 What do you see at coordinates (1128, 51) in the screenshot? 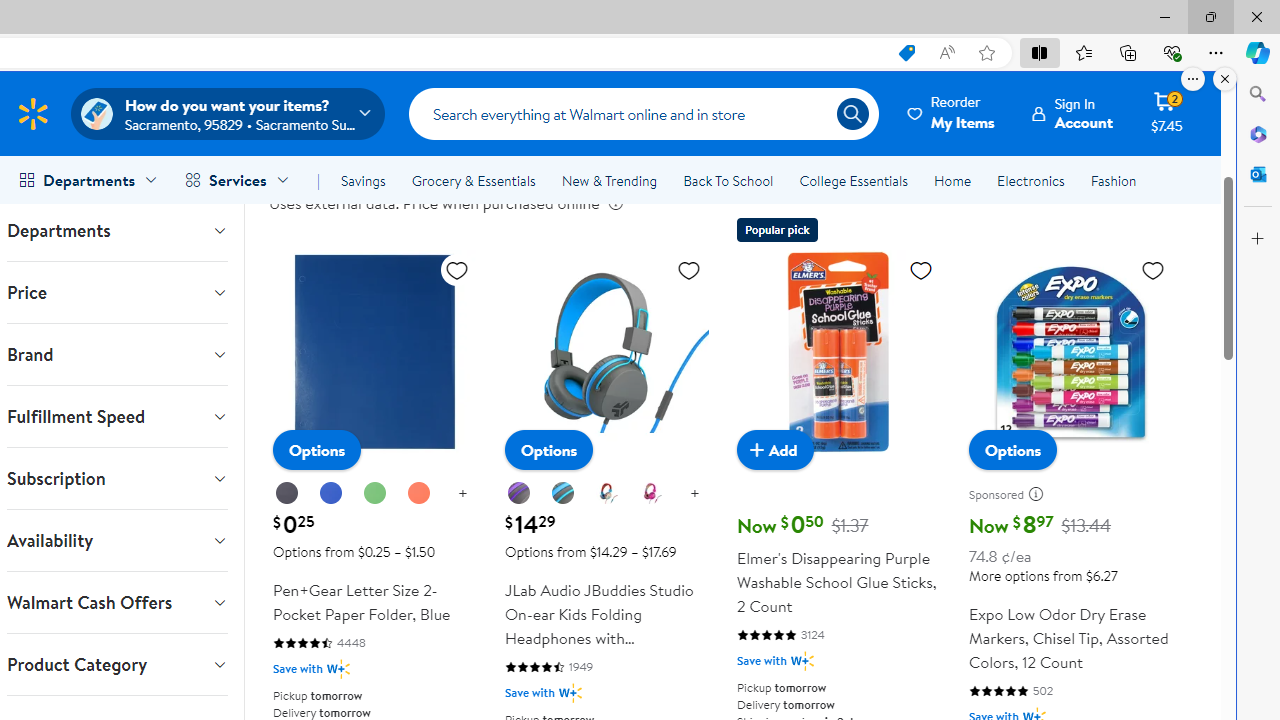
I see `'Collections'` at bounding box center [1128, 51].